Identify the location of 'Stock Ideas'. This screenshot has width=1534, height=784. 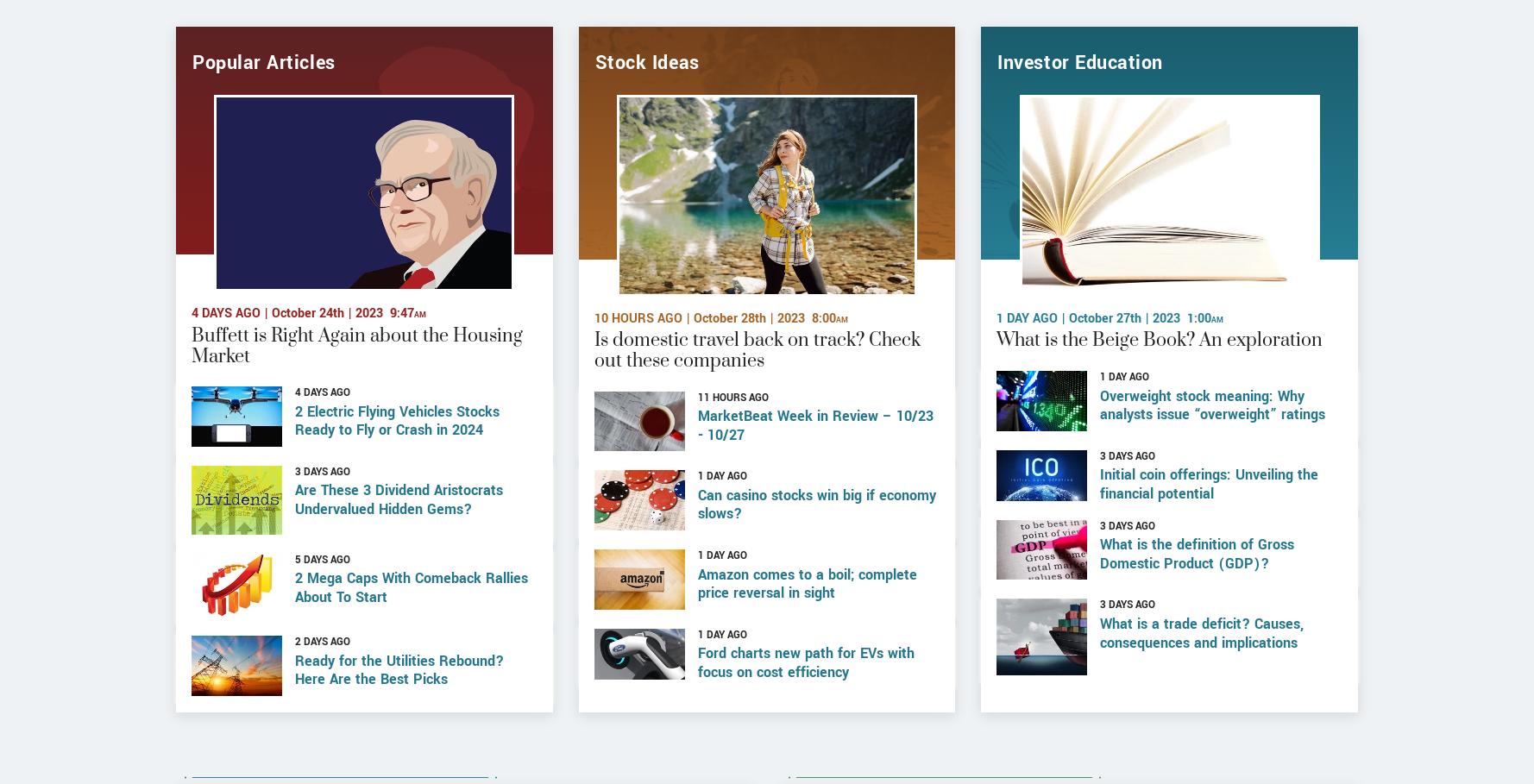
(594, 128).